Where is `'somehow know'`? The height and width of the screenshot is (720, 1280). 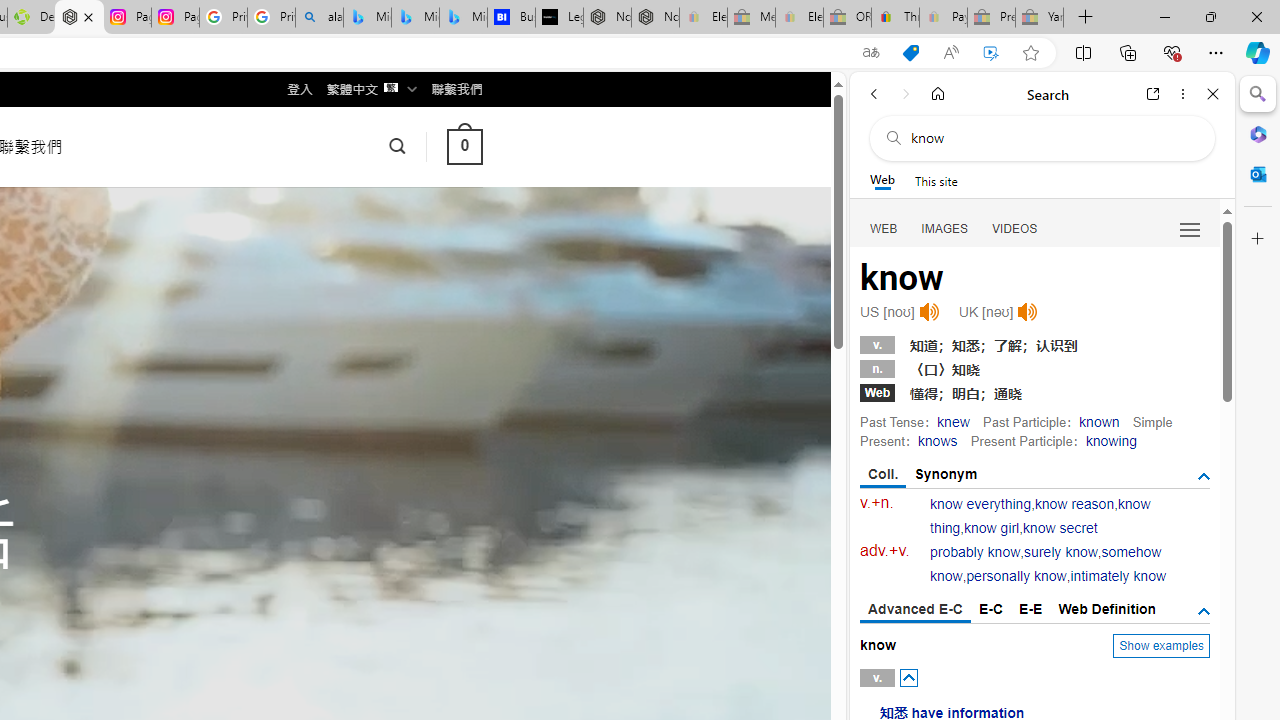
'somehow know' is located at coordinates (1045, 564).